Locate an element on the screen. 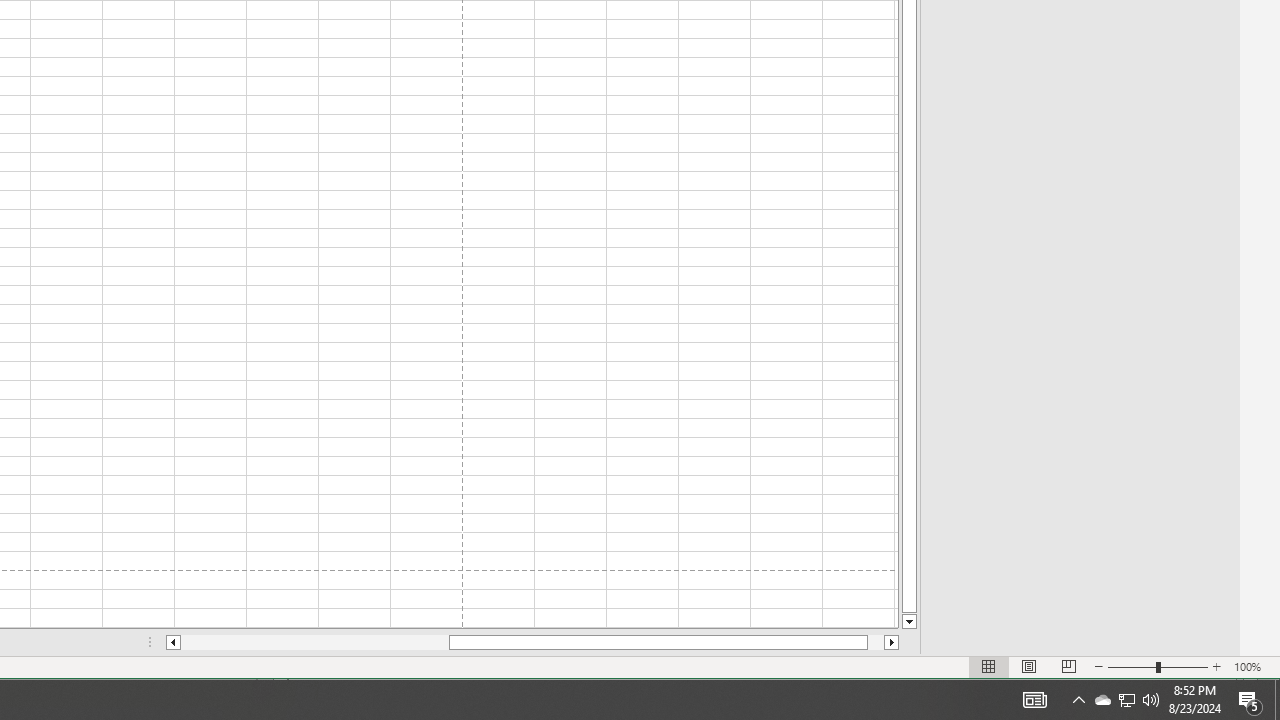 The height and width of the screenshot is (720, 1280). 'Show desktop' is located at coordinates (1250, 698).